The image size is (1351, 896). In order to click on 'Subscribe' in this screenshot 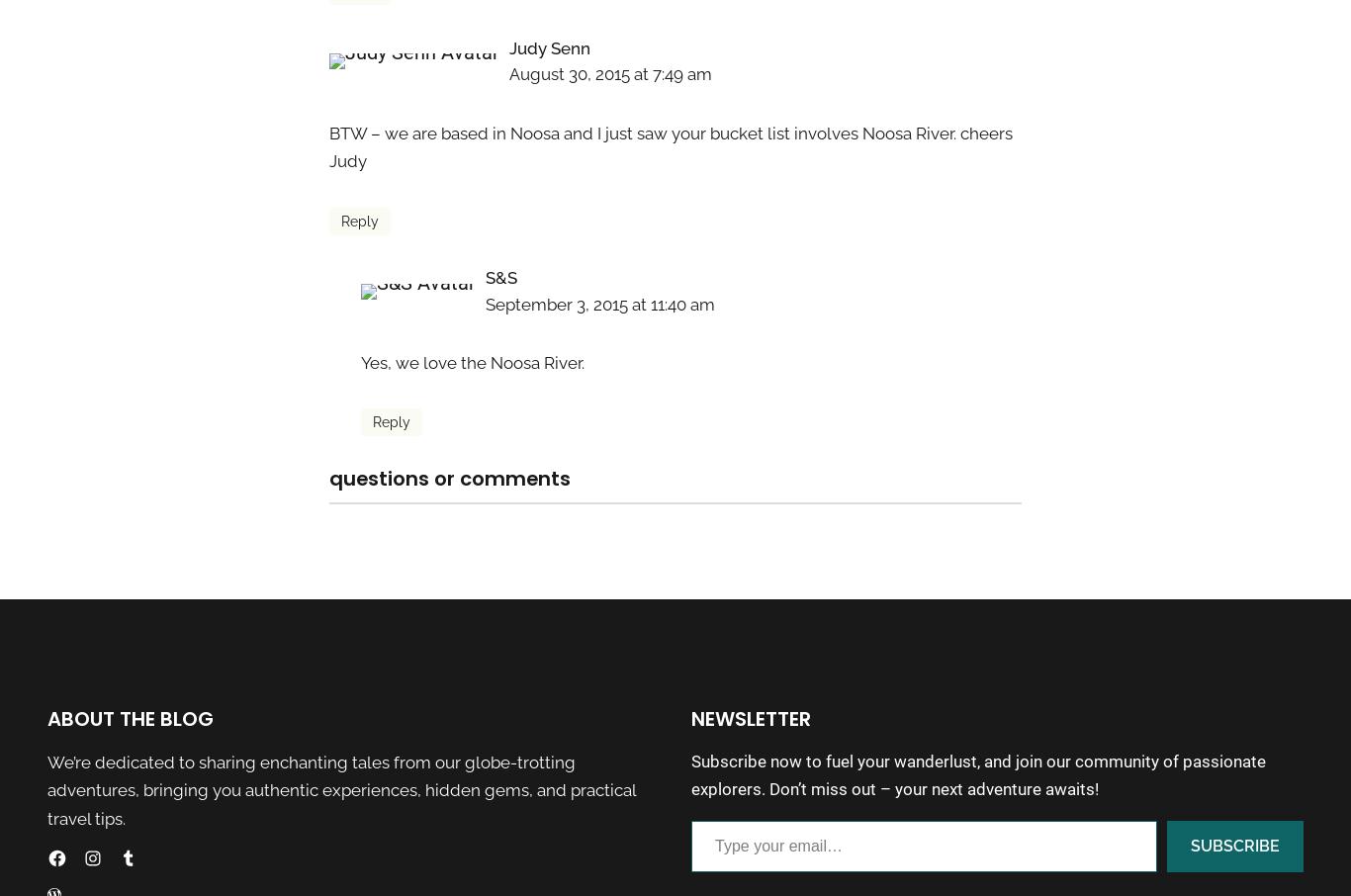, I will do `click(1234, 844)`.